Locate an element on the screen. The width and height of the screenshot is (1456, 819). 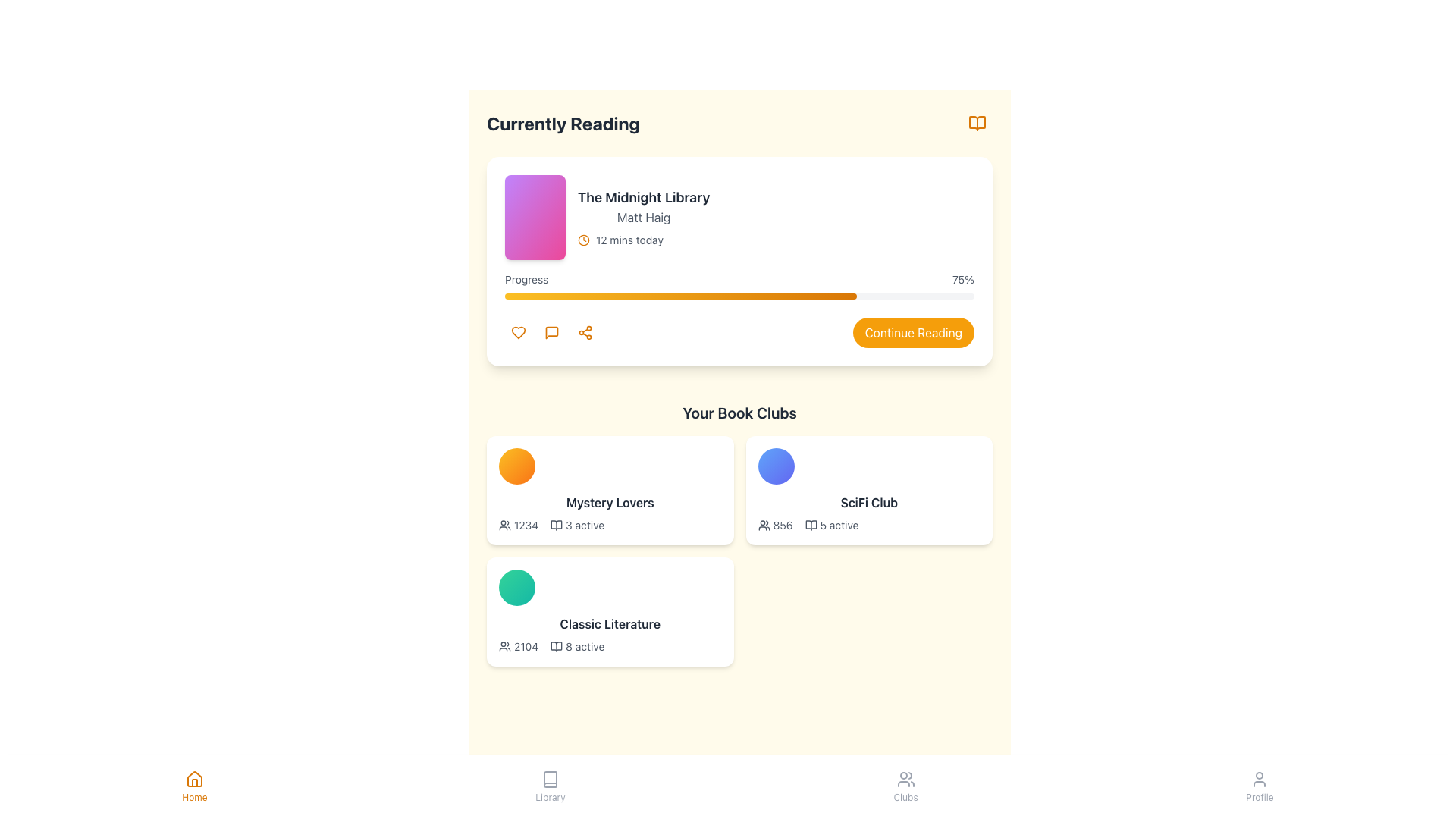
the text displaying the number of members in the 'Classic Literature' book club, located at the bottom-left corner of the card beneath the club's green circular icon is located at coordinates (519, 646).